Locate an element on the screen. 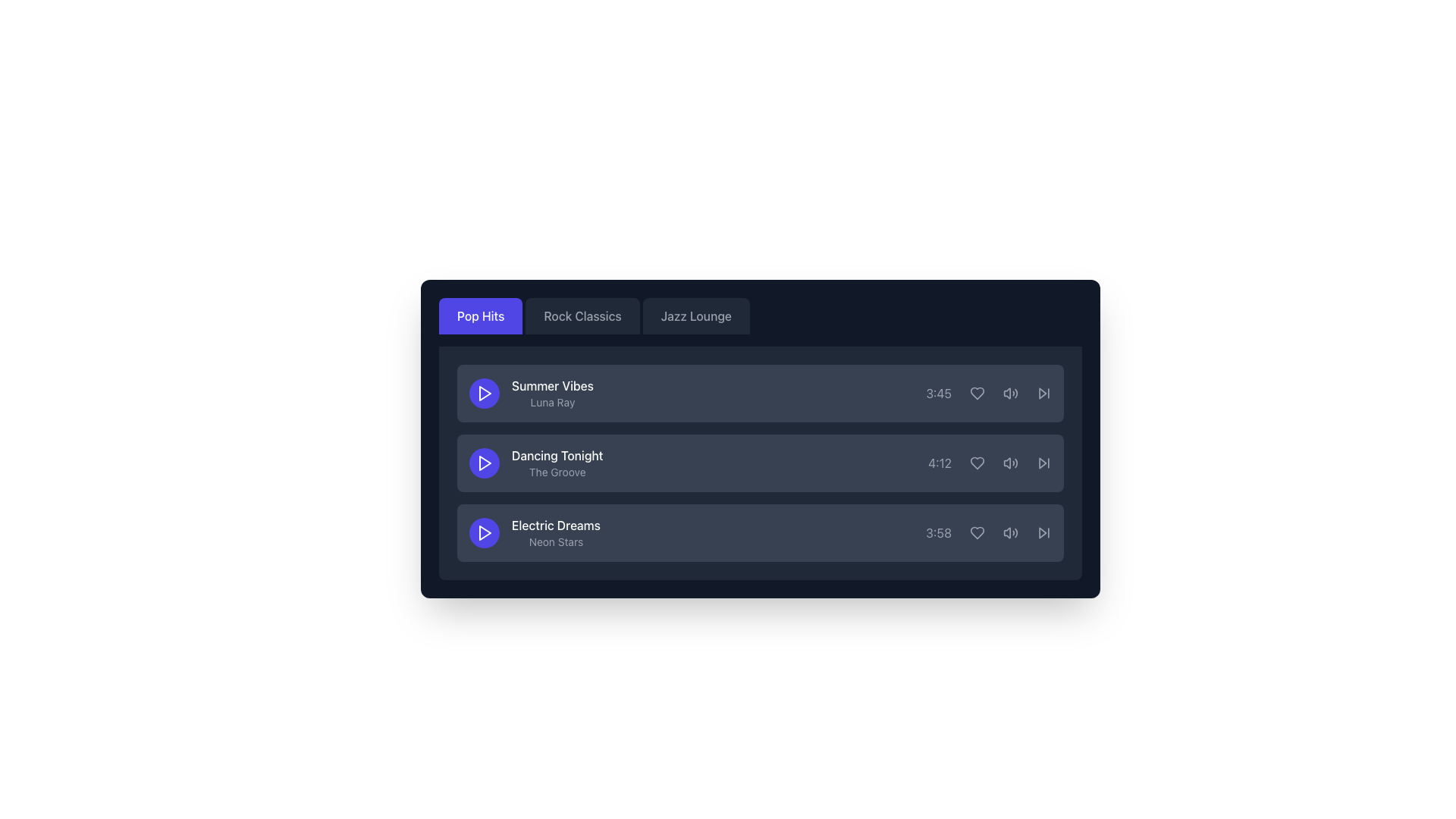 The image size is (1456, 819). the 'Pop Hits' tab button to navigate is located at coordinates (480, 315).